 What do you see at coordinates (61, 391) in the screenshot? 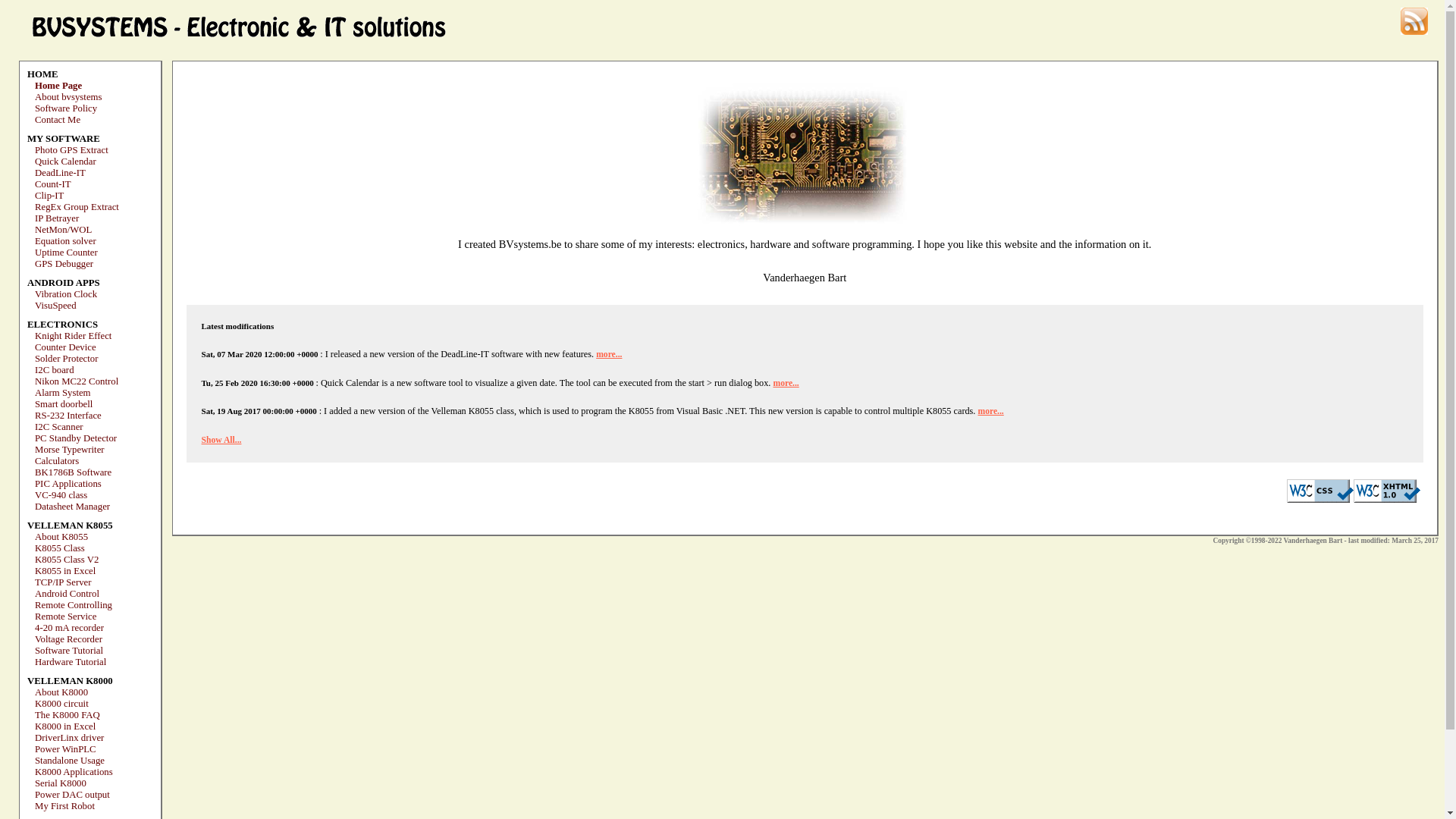
I see `'Alarm System'` at bounding box center [61, 391].